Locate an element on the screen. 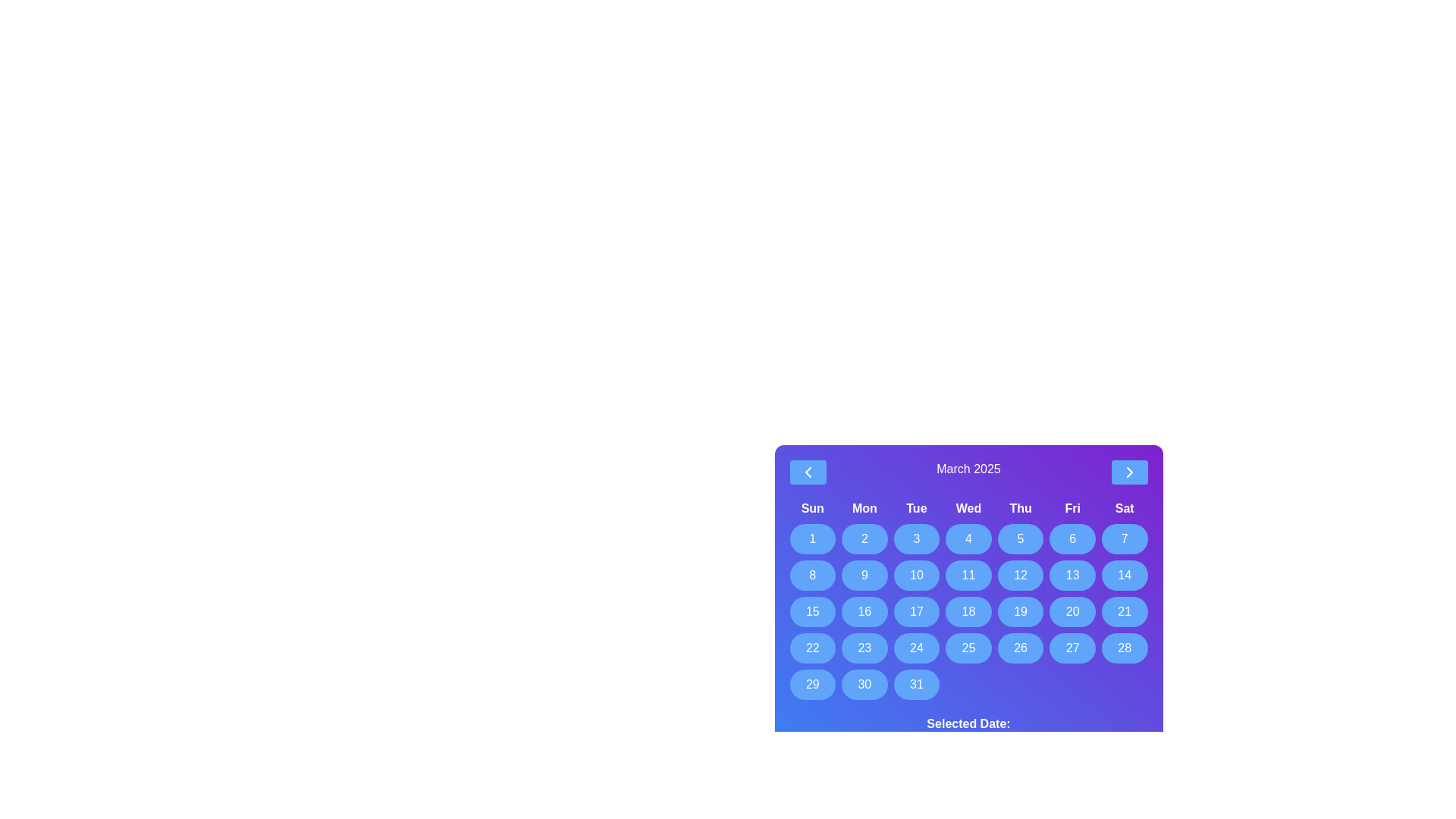 Image resolution: width=1456 pixels, height=819 pixels. the static label that displays 'Thursday', which is the fifth element in a row of seven elements representing the days of the week in the upper part of the grid calendar is located at coordinates (1021, 509).